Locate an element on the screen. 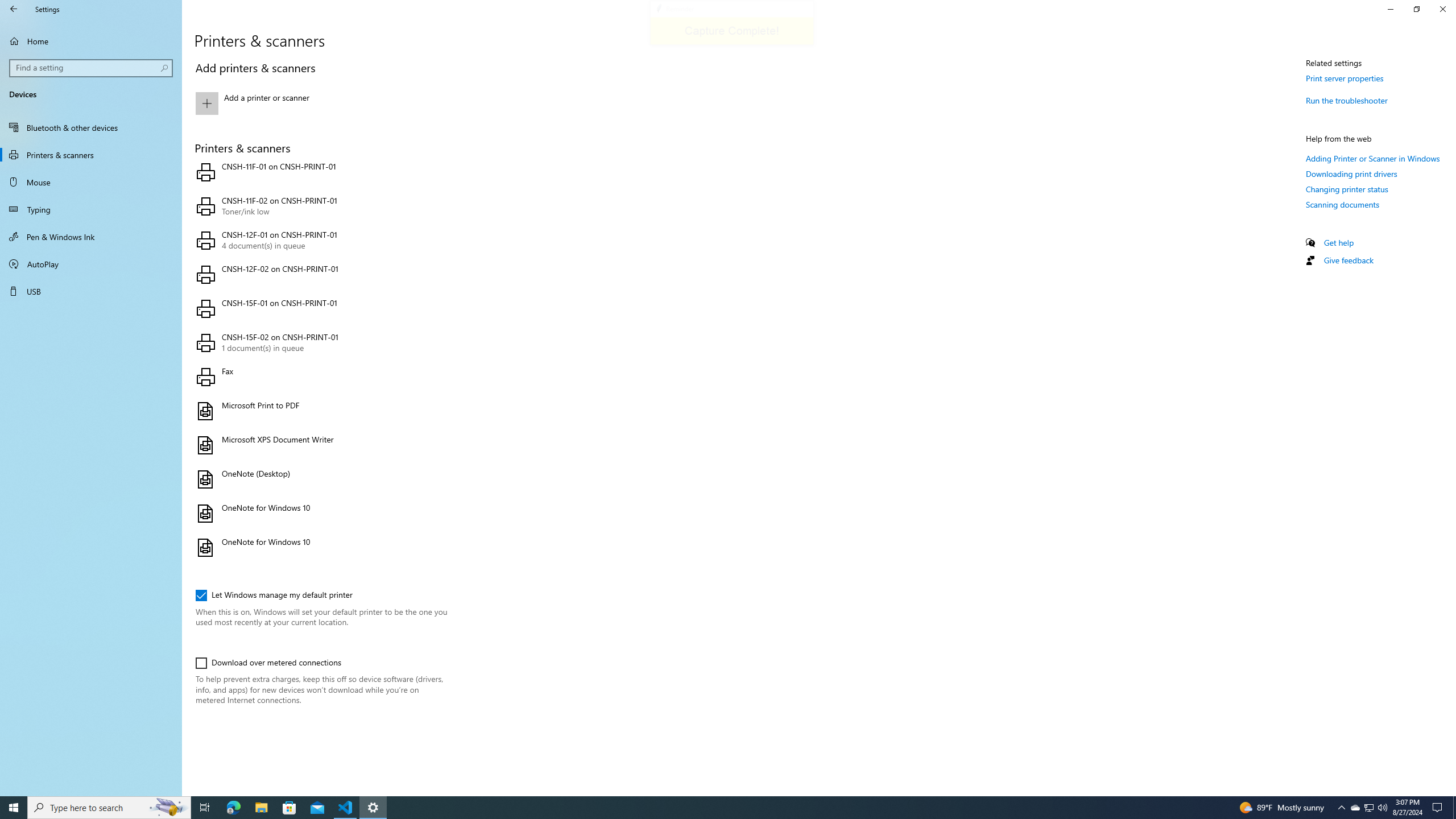  'Run the troubleshooter' is located at coordinates (1347, 100).